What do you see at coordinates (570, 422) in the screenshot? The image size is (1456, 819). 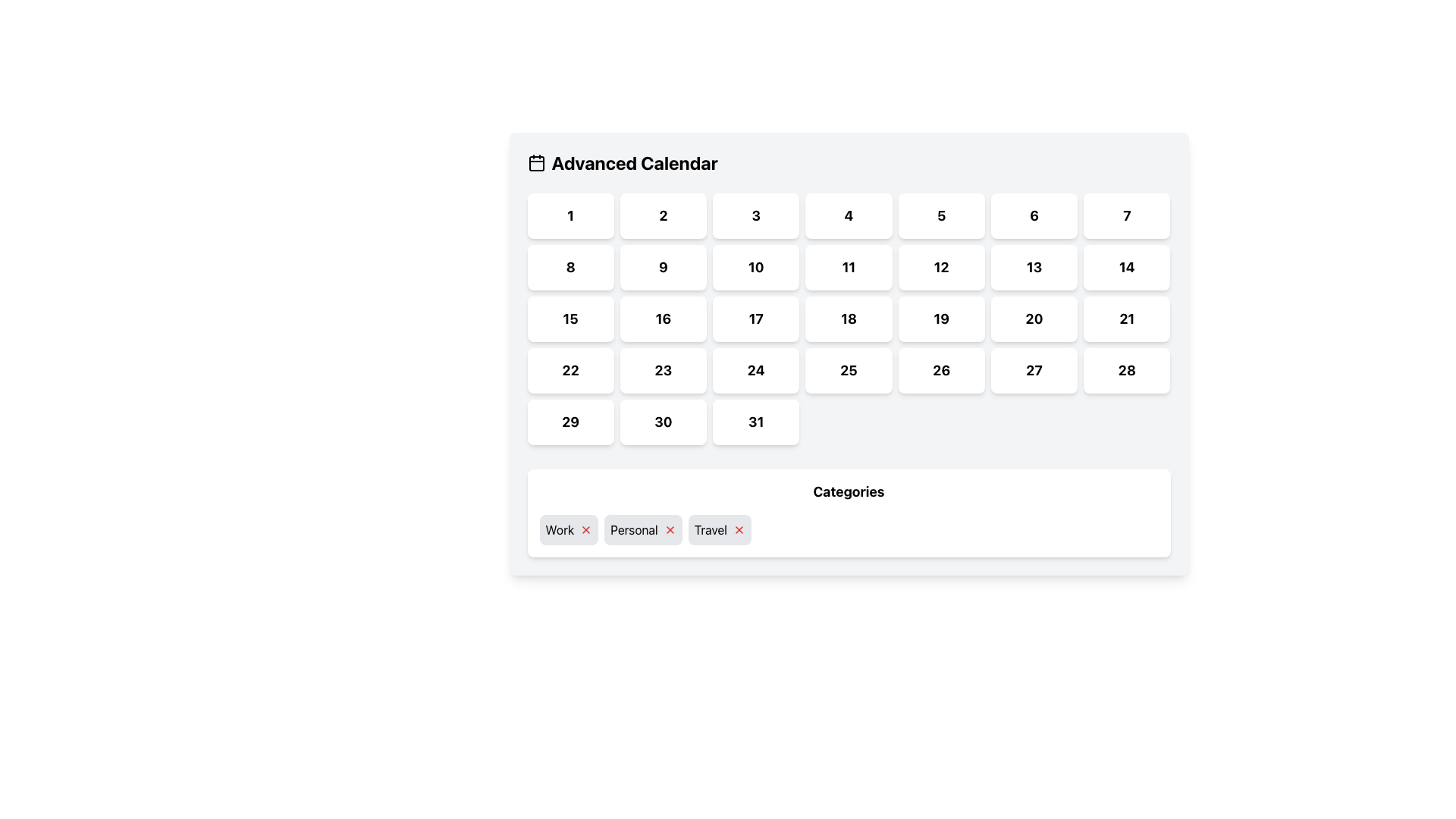 I see `the Text element representing the date 29th in the calendar` at bounding box center [570, 422].